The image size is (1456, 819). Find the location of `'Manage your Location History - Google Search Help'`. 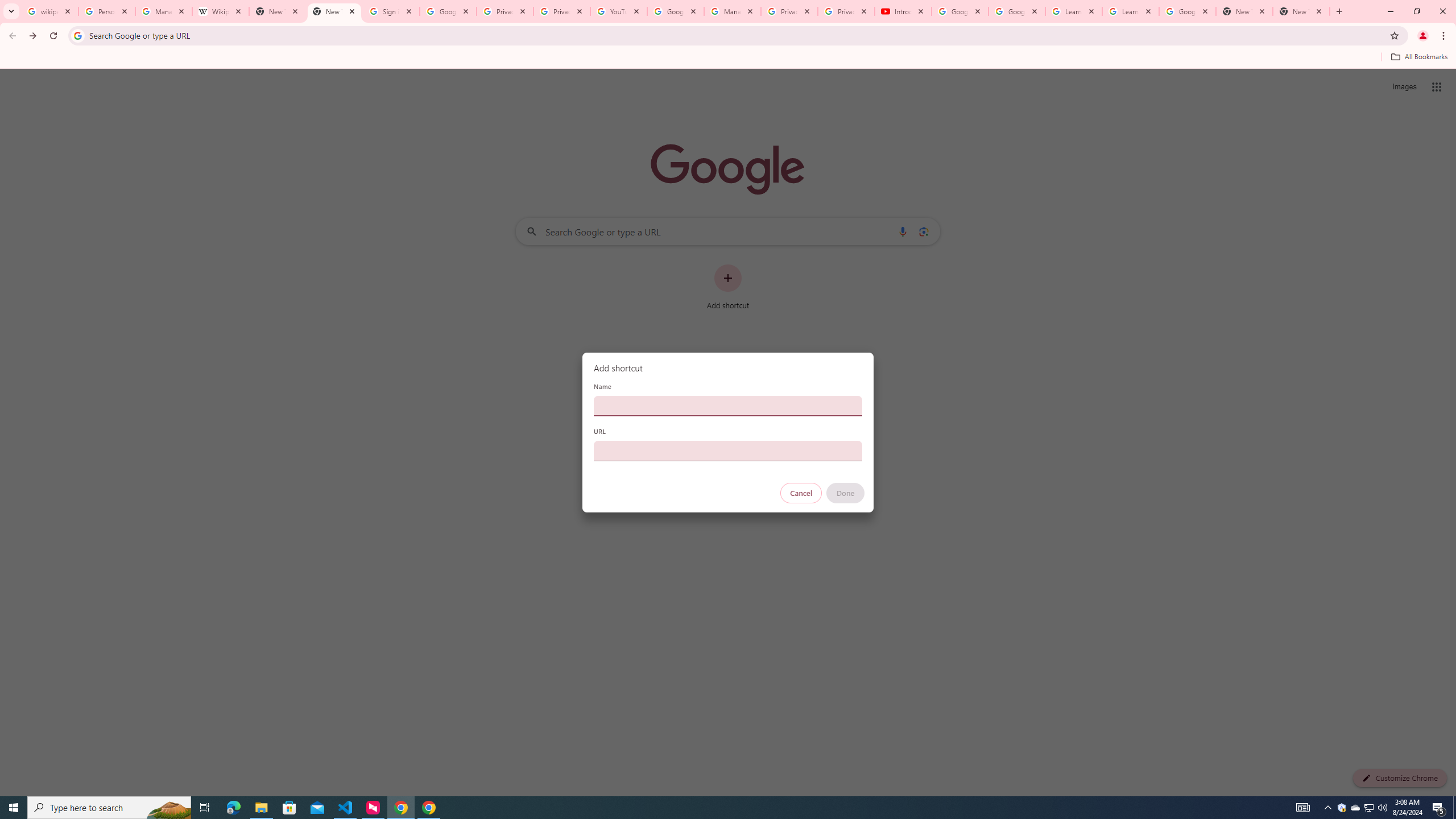

'Manage your Location History - Google Search Help' is located at coordinates (164, 11).